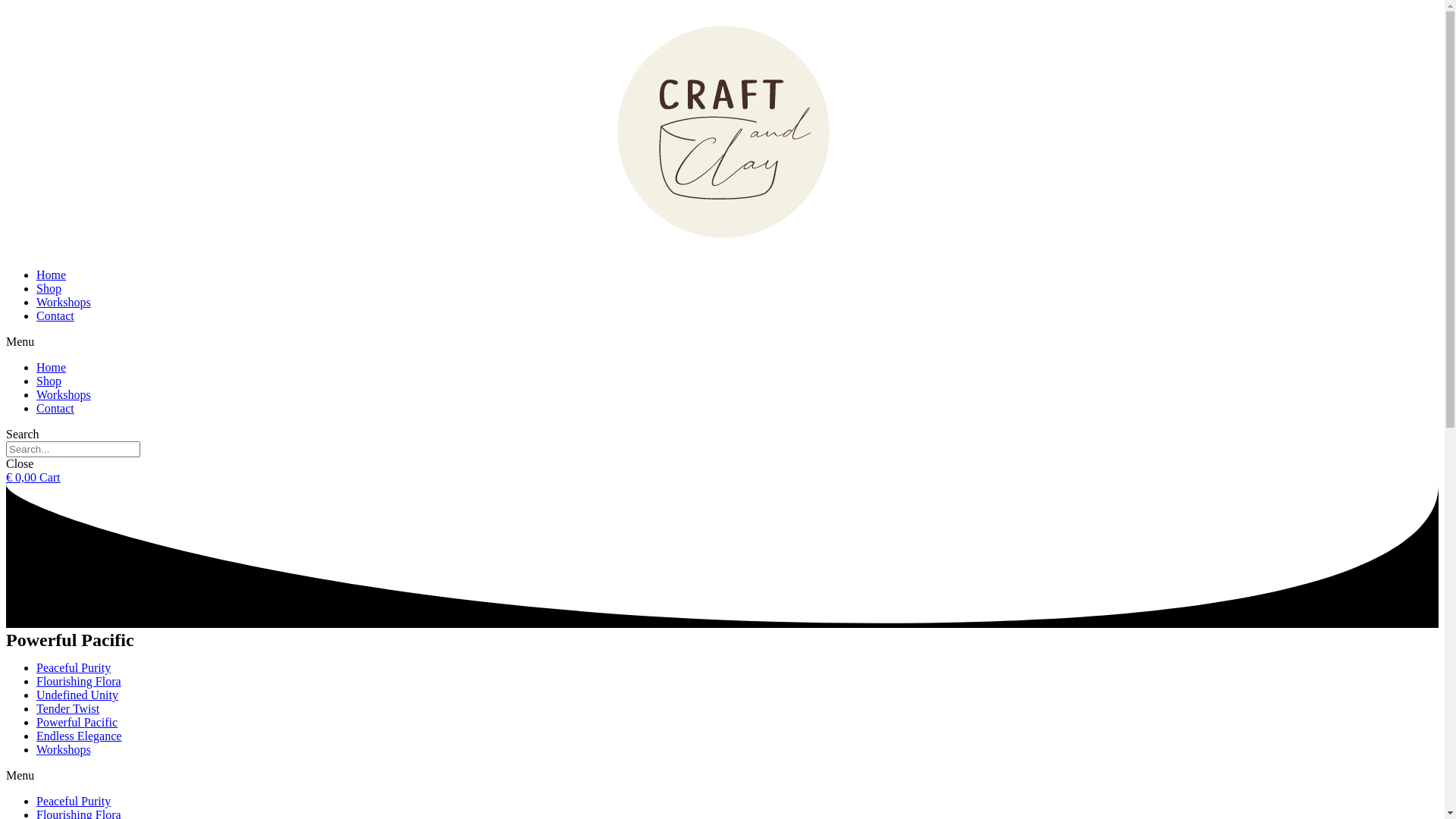 The image size is (1456, 819). I want to click on 'Search', so click(72, 448).